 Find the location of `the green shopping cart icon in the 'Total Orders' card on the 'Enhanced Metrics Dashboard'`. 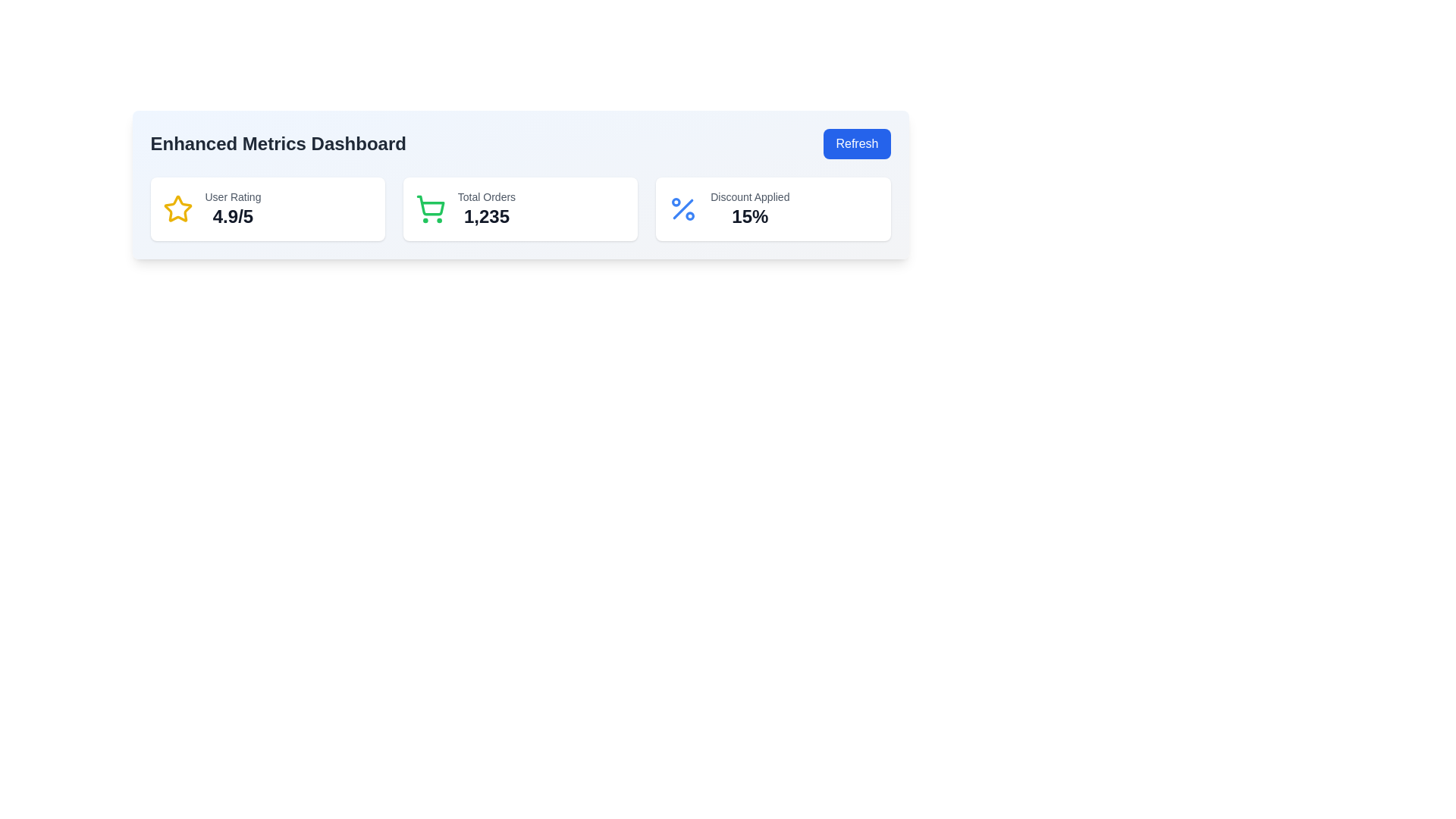

the green shopping cart icon in the 'Total Orders' card on the 'Enhanced Metrics Dashboard' is located at coordinates (429, 206).